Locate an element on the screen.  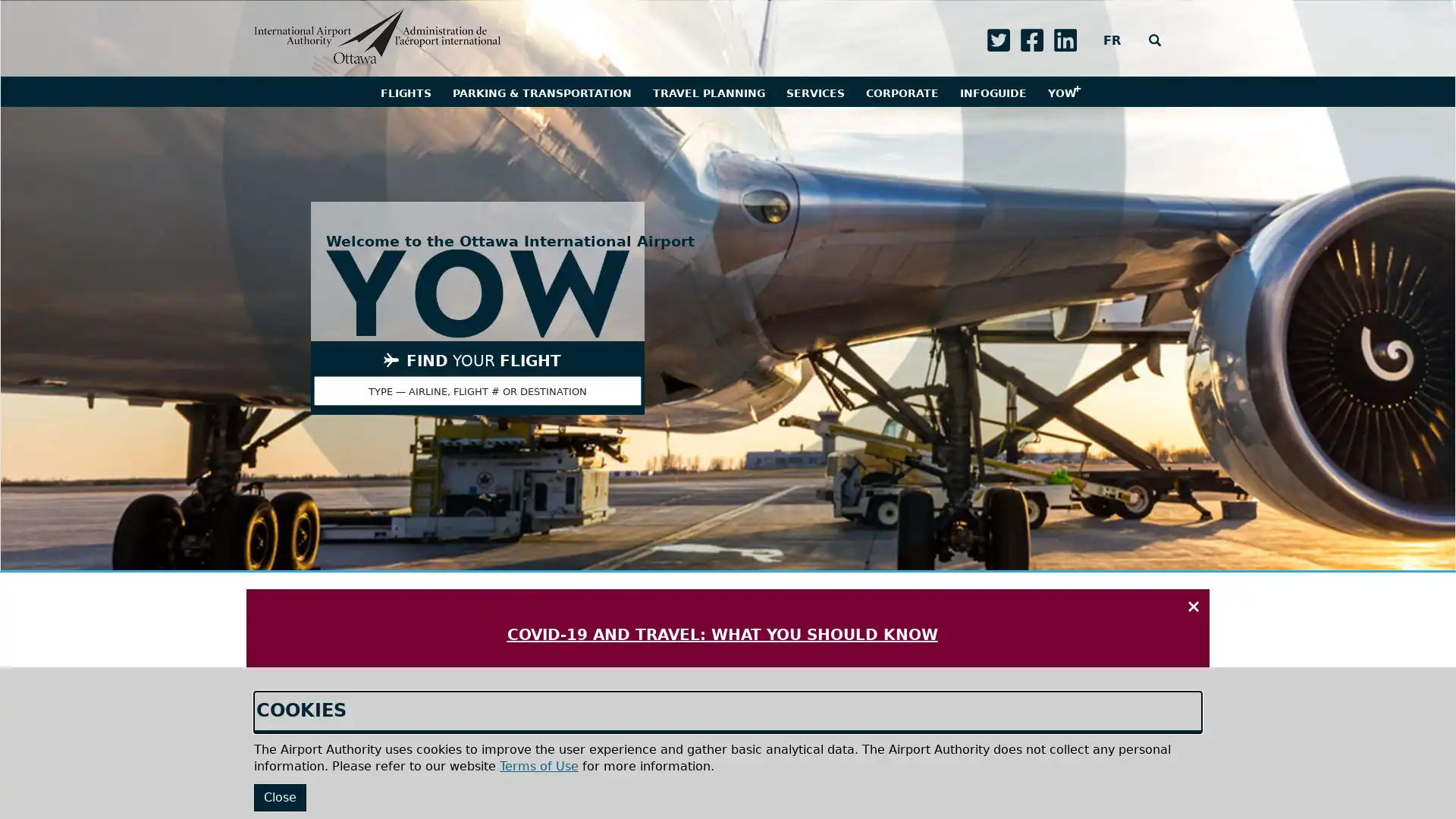
Close is located at coordinates (280, 796).